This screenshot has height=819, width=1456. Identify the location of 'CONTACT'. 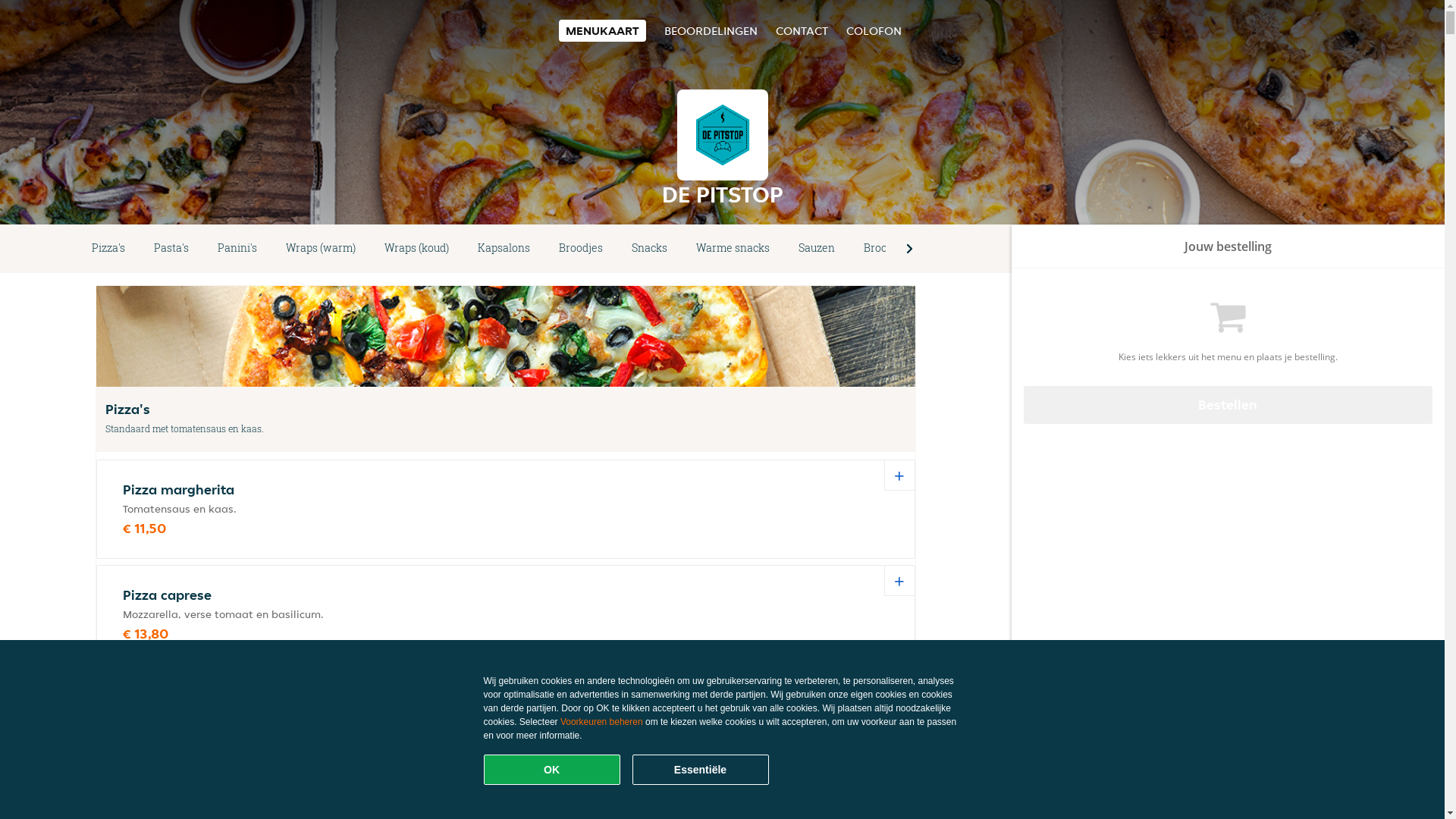
(800, 30).